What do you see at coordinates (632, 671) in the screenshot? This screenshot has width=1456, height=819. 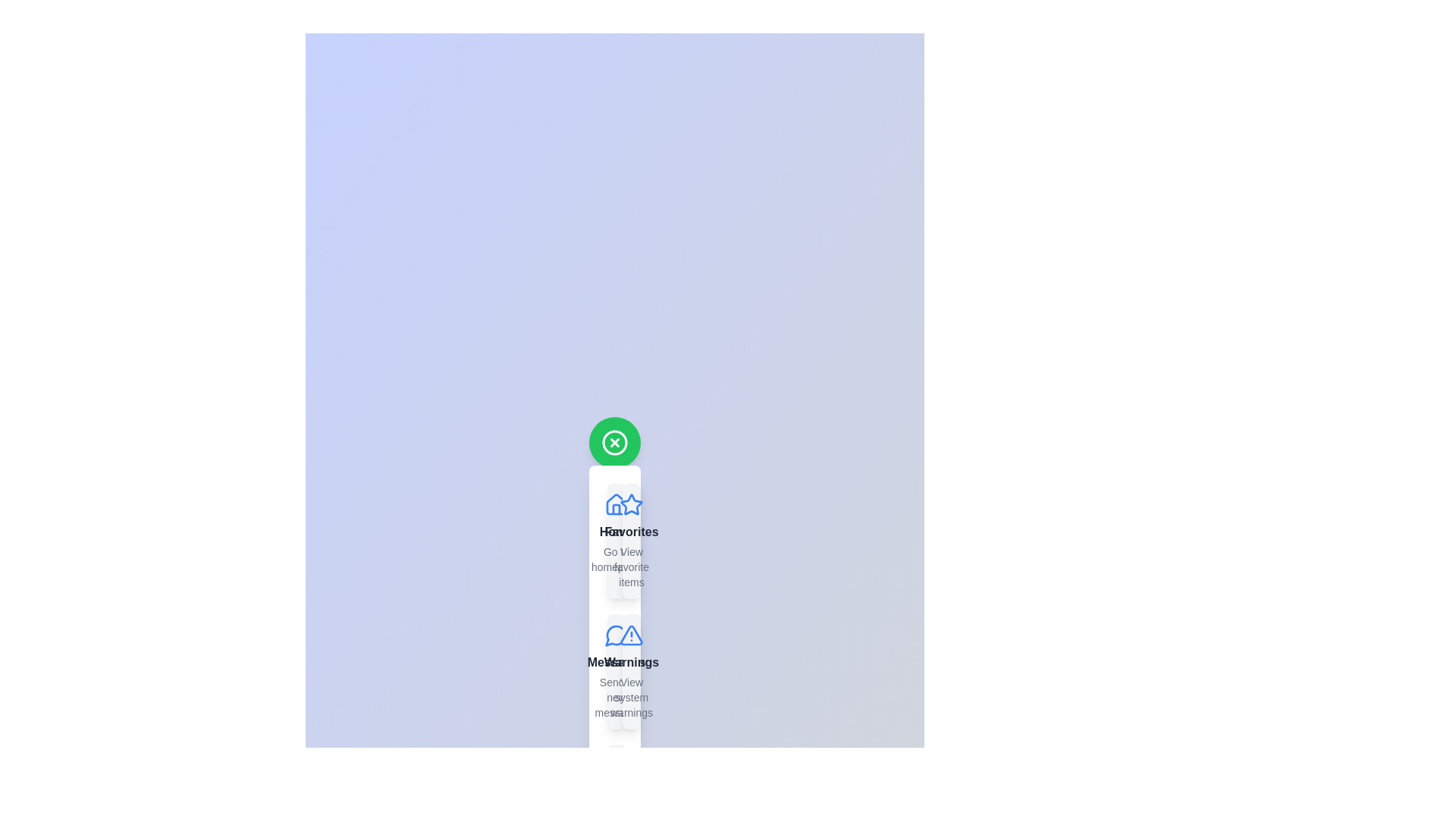 I see `the item labeled Warnings from the SpeedDial menu` at bounding box center [632, 671].